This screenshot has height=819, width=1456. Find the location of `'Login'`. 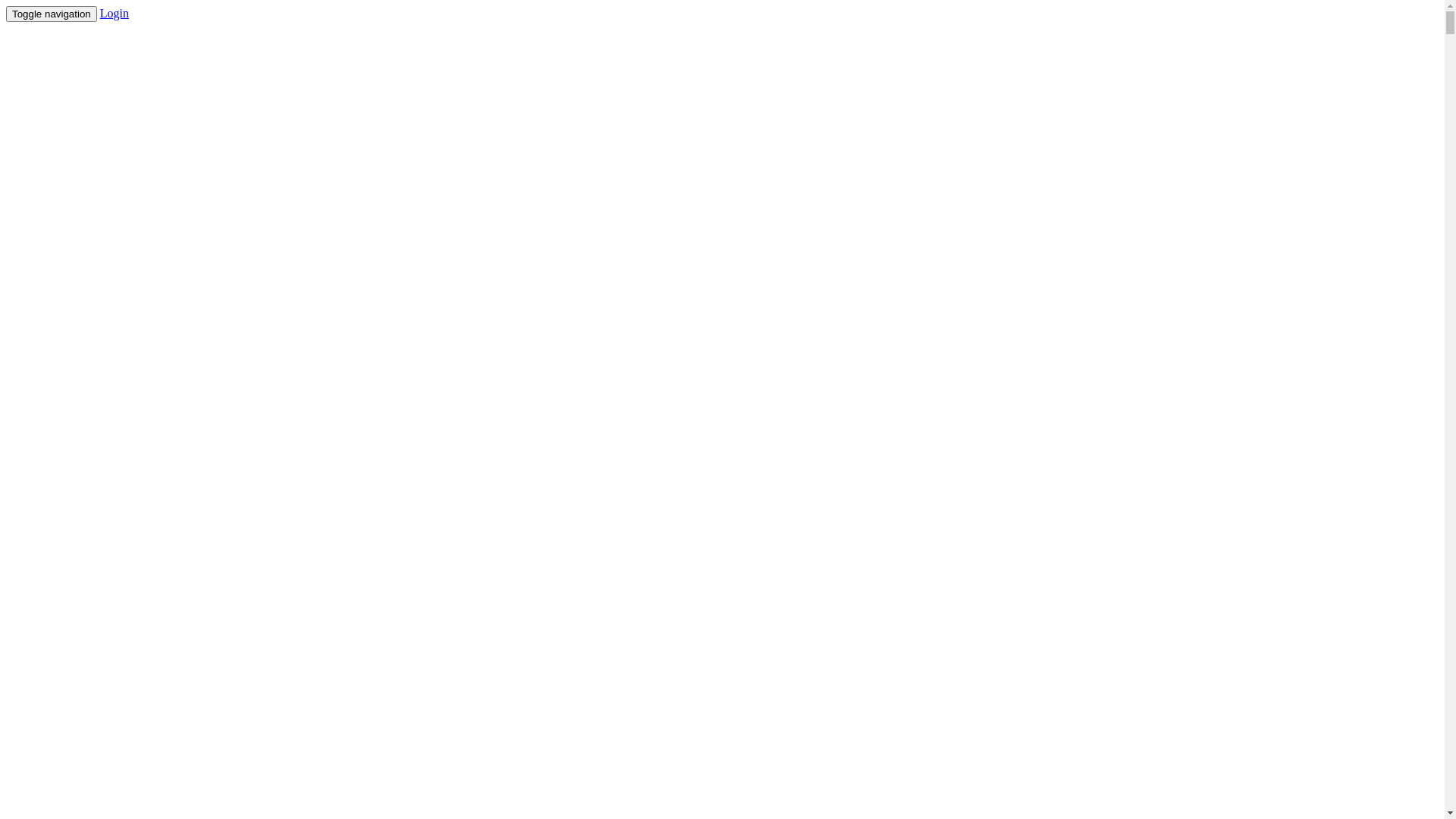

'Login' is located at coordinates (113, 13).